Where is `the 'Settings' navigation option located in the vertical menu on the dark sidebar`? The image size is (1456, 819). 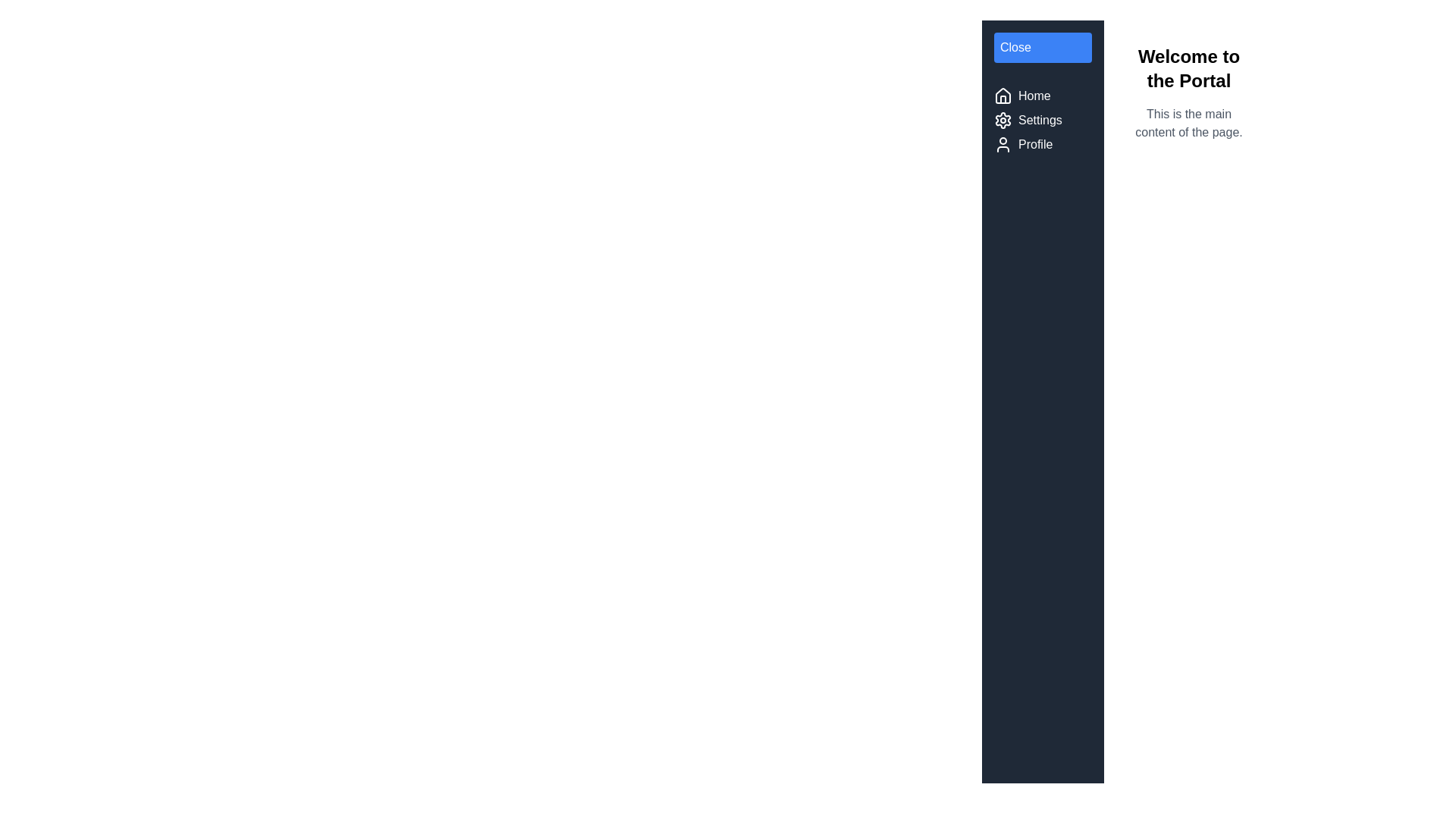 the 'Settings' navigation option located in the vertical menu on the dark sidebar is located at coordinates (1041, 119).